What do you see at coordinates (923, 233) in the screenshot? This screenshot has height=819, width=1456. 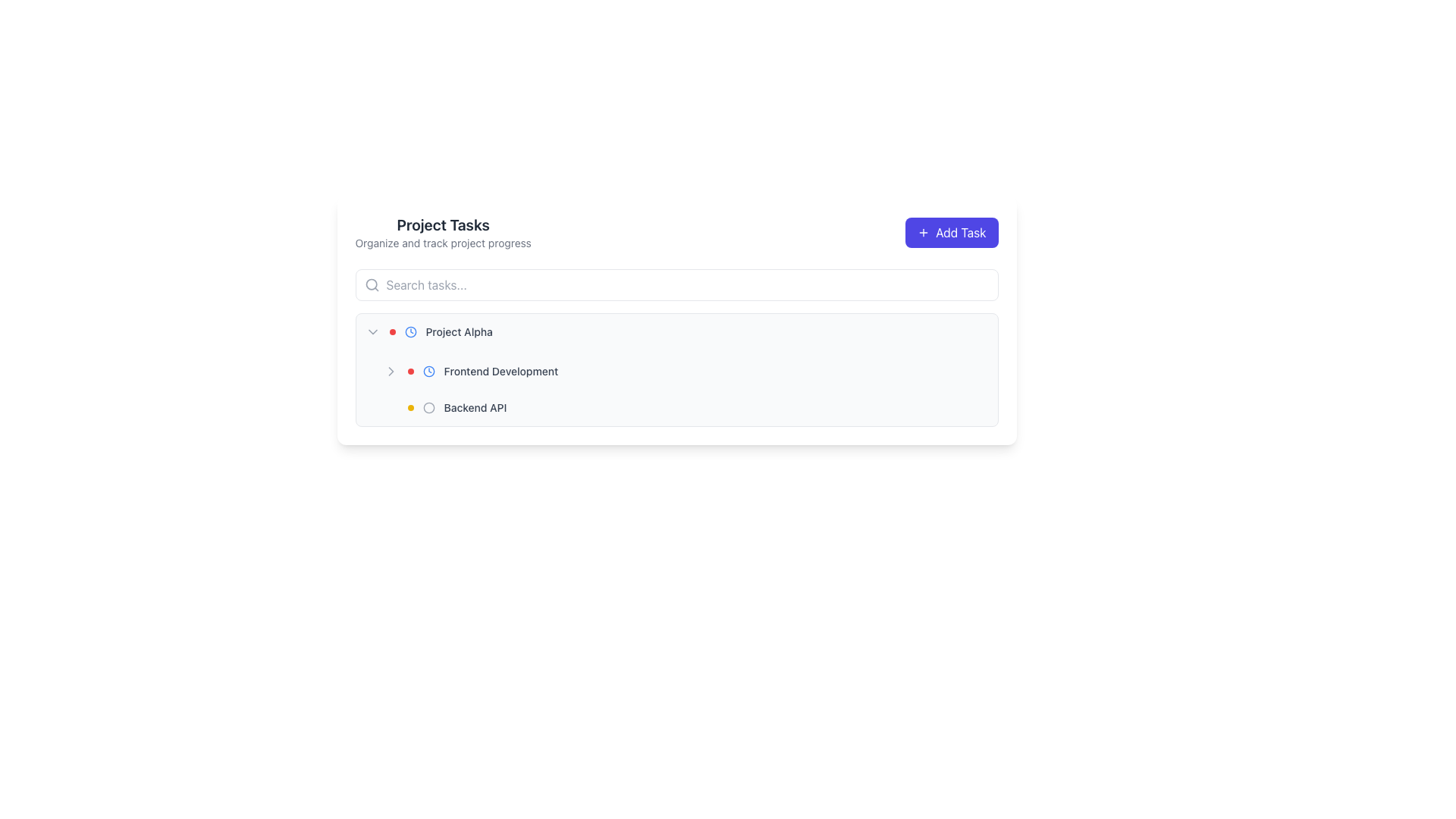 I see `the 'Add Task' button which contains the small plus icon, located in the top-right section of the interface` at bounding box center [923, 233].